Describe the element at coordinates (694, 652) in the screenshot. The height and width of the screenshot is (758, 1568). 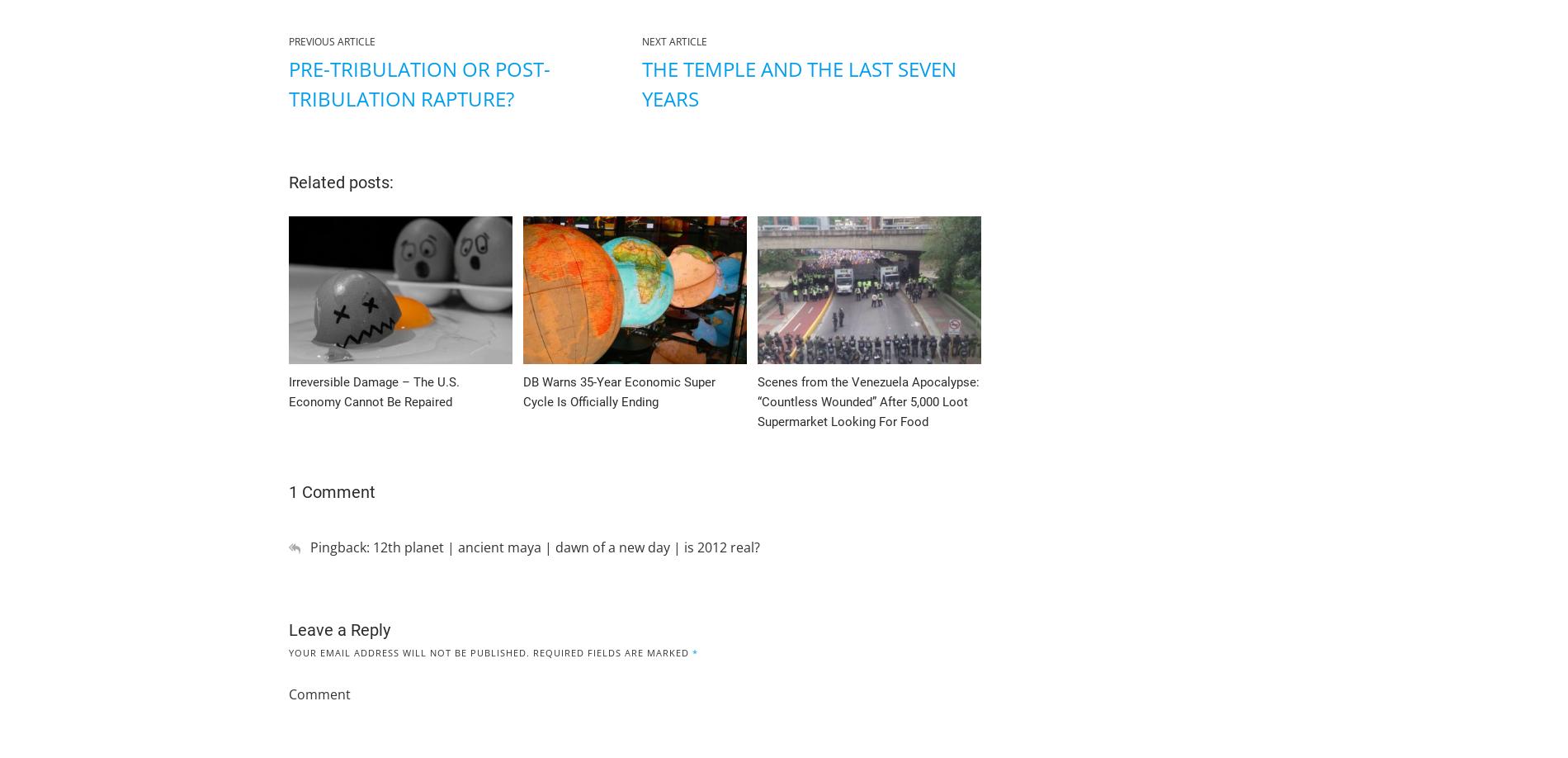
I see `'*'` at that location.